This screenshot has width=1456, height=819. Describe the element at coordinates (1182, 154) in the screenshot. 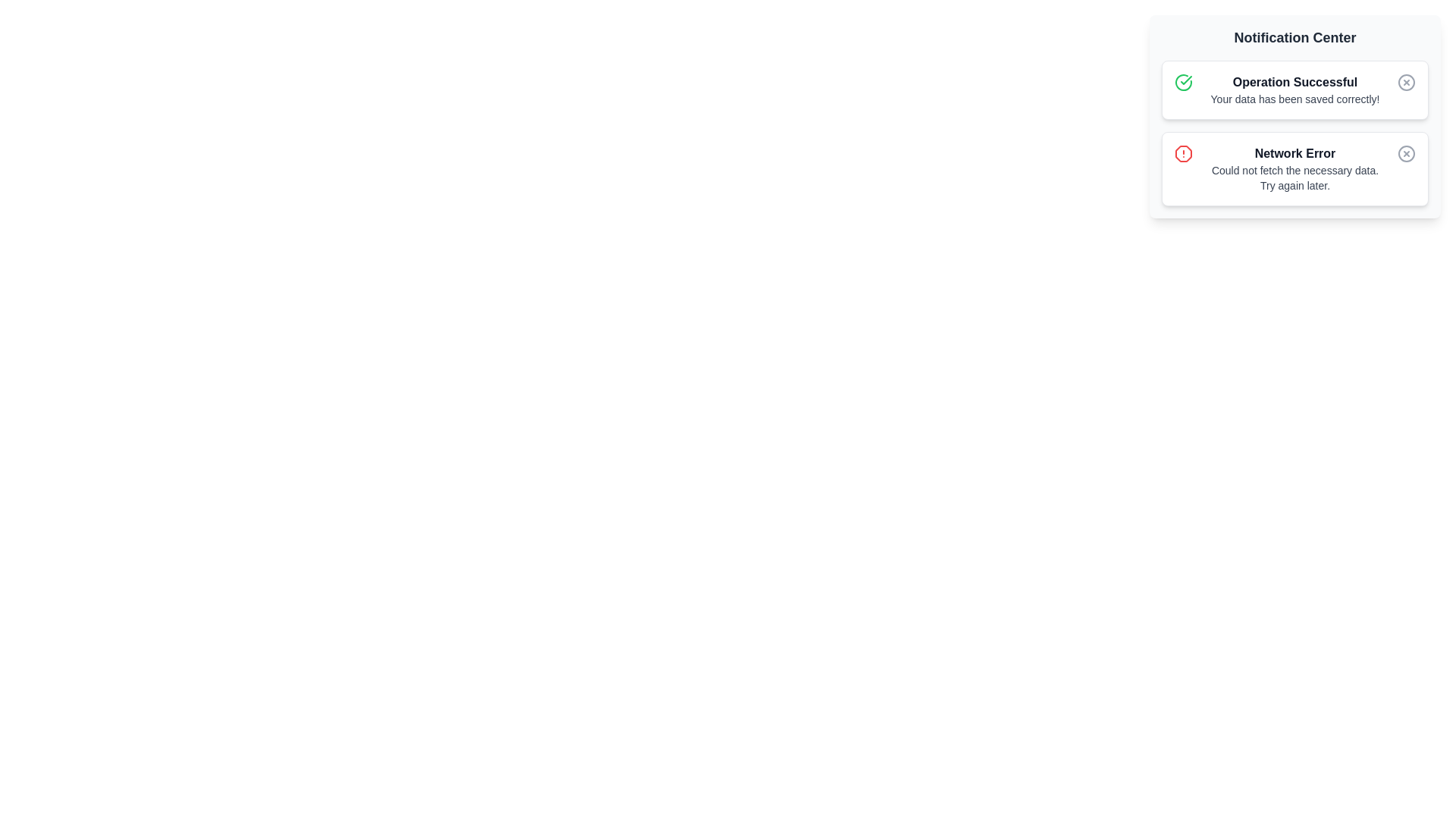

I see `the octagonal red icon indicating a network error, located on the left side of the notification message` at that location.